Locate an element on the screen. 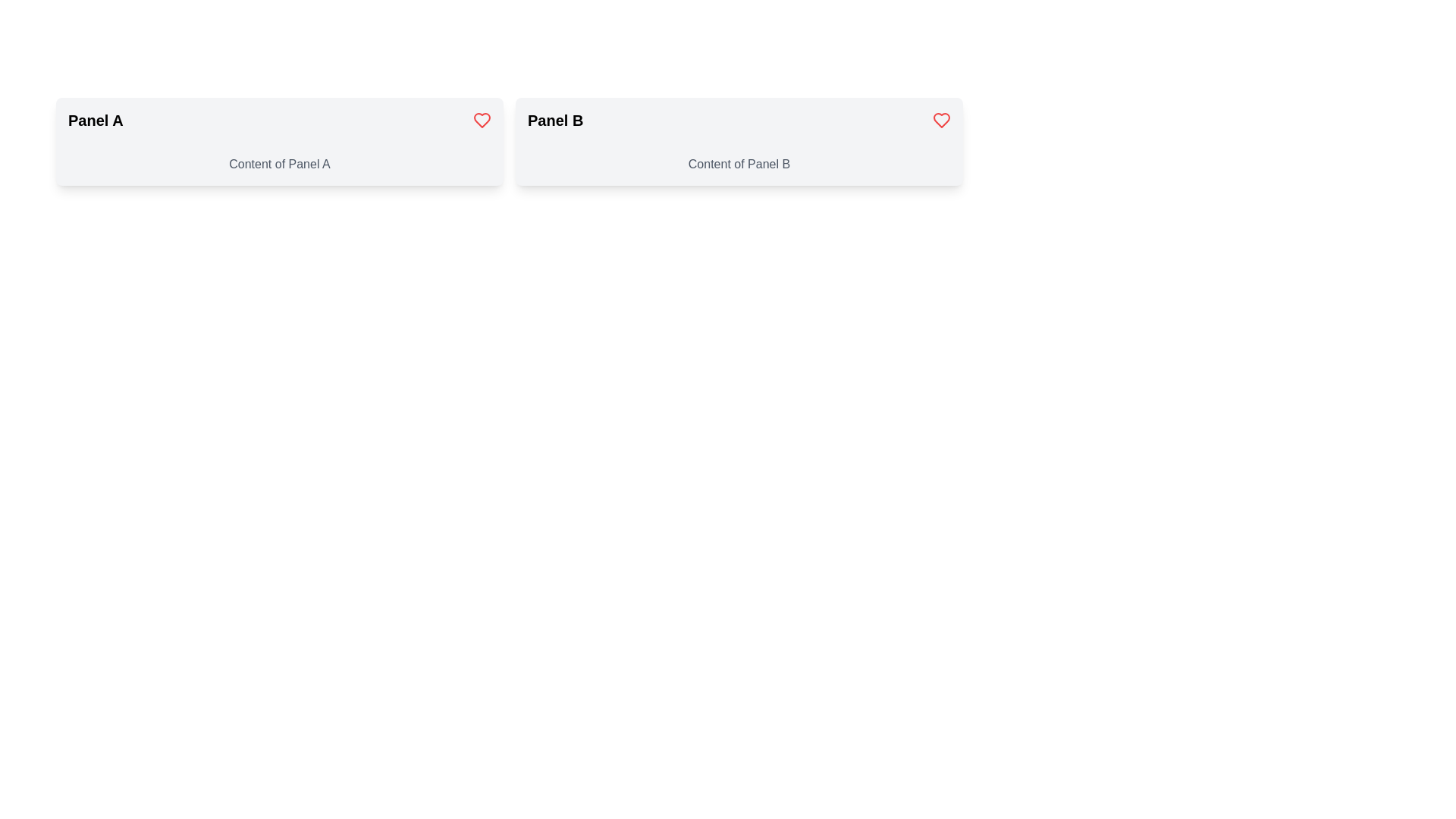 This screenshot has width=1456, height=819. the text label displaying 'Content of Panel B' located in the lower half of the 'Panel B' card is located at coordinates (739, 164).